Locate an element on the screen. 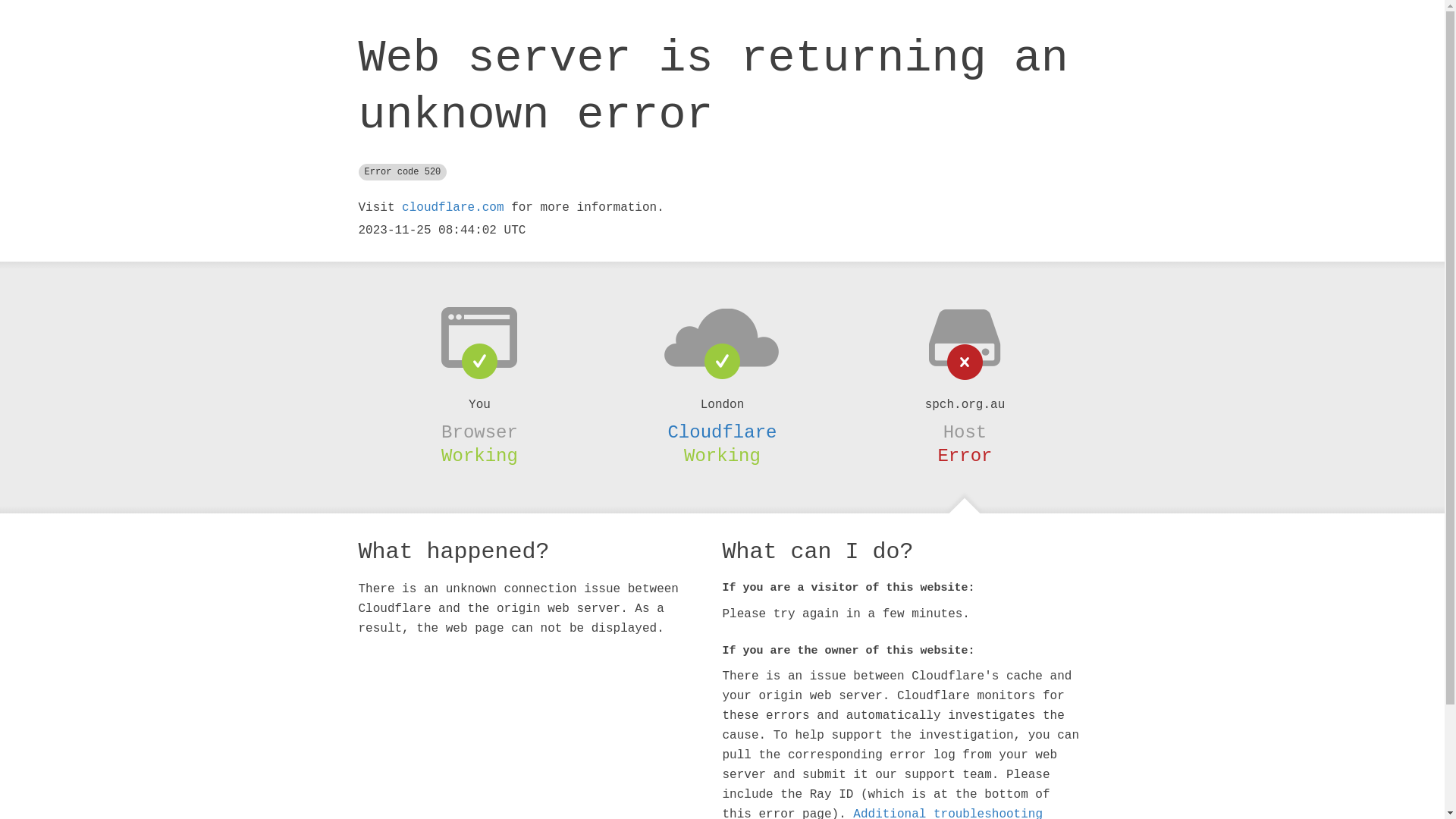  'Cloudflare' is located at coordinates (720, 432).